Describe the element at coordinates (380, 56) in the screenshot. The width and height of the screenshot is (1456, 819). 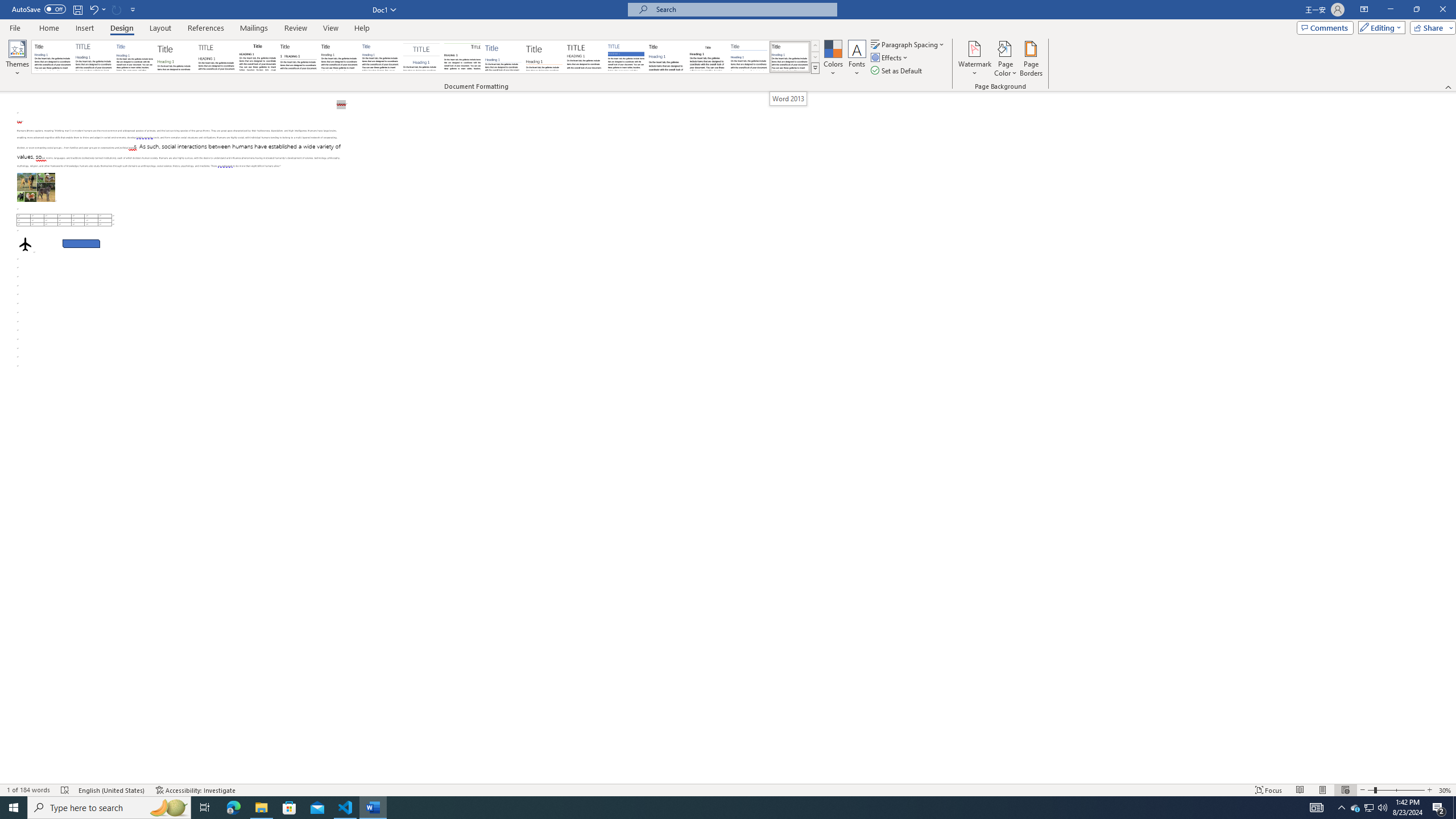
I see `'Casual'` at that location.